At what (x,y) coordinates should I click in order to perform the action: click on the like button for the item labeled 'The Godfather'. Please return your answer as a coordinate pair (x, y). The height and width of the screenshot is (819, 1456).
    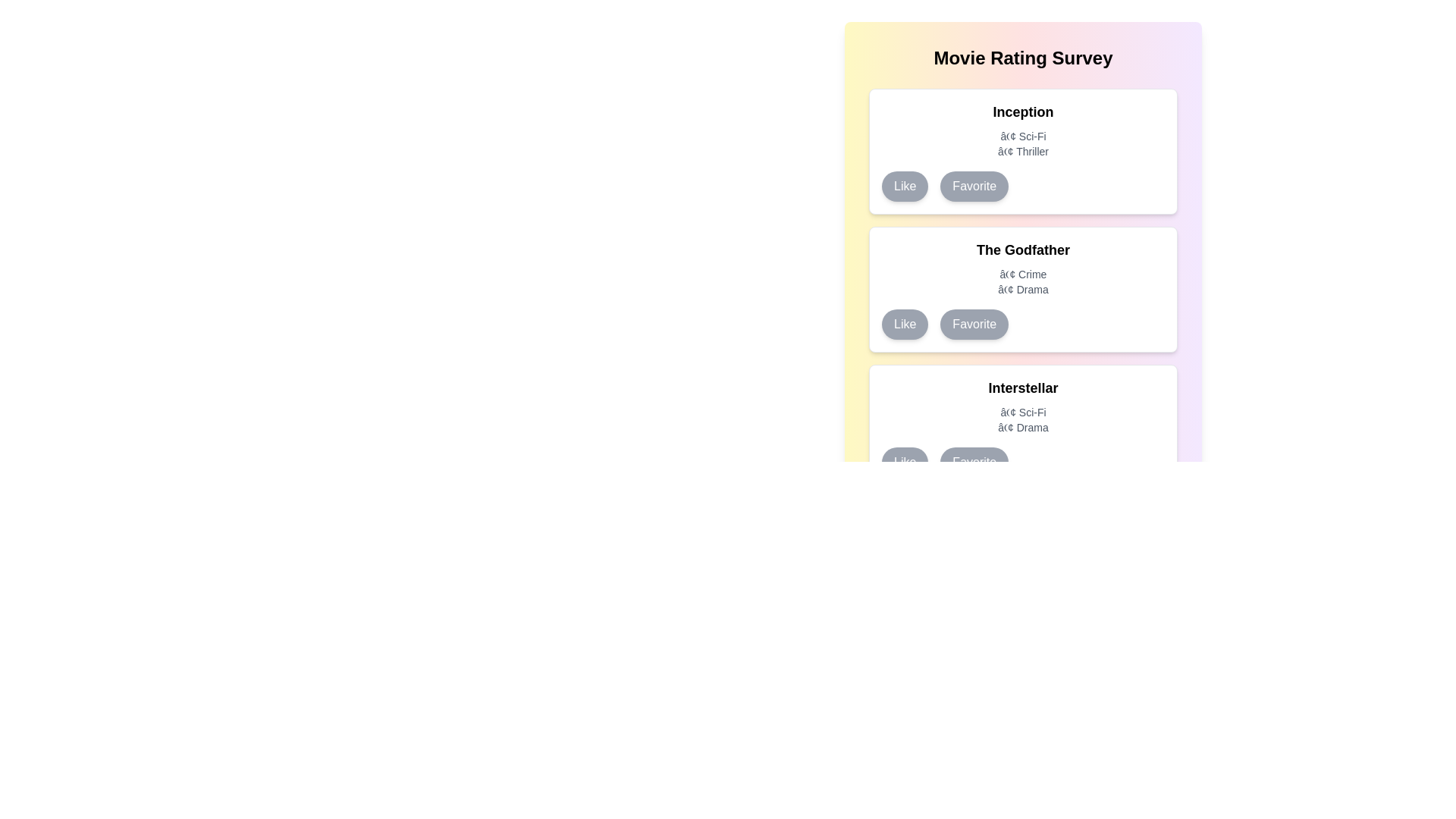
    Looking at the image, I should click on (905, 324).